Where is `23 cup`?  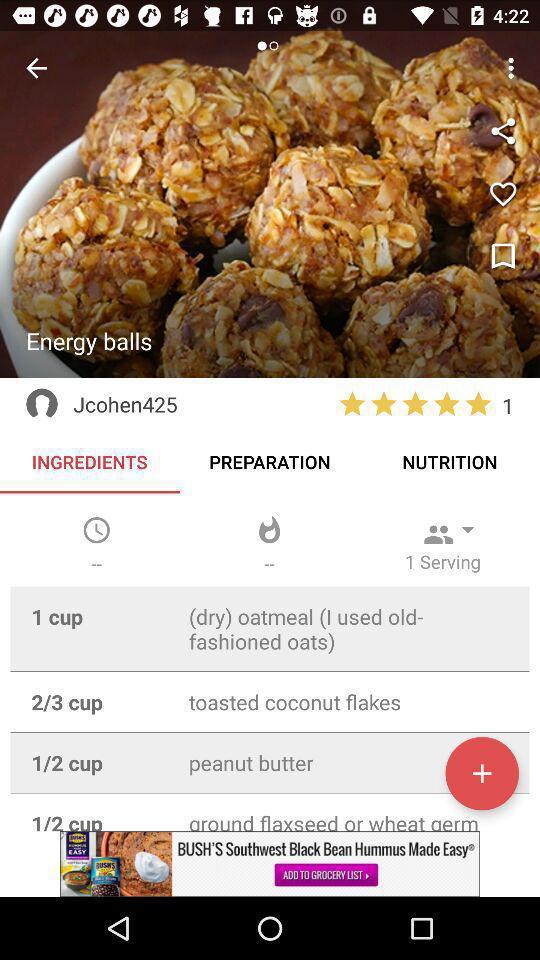 23 cup is located at coordinates (99, 701).